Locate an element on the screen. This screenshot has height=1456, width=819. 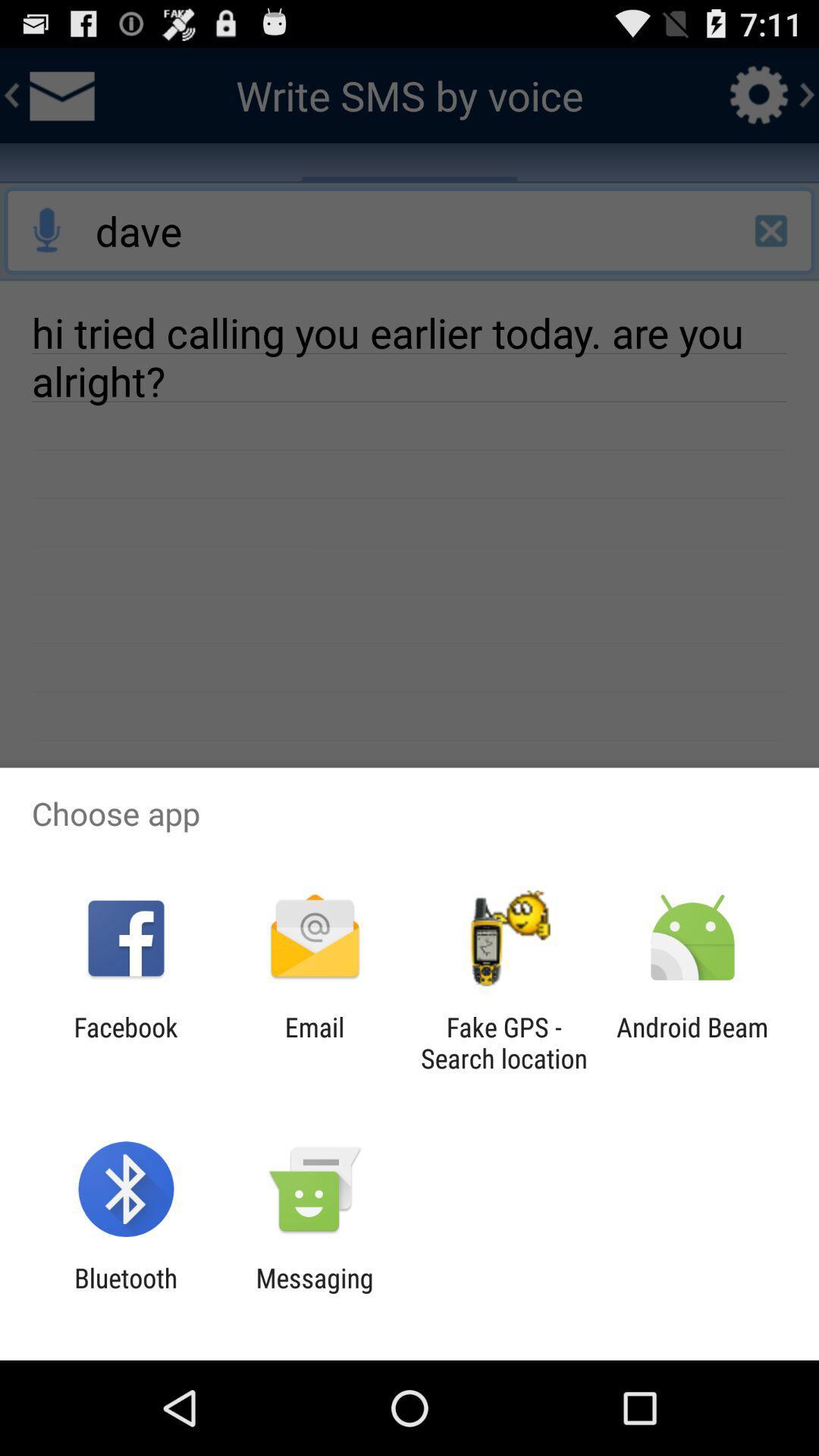
the email is located at coordinates (314, 1042).